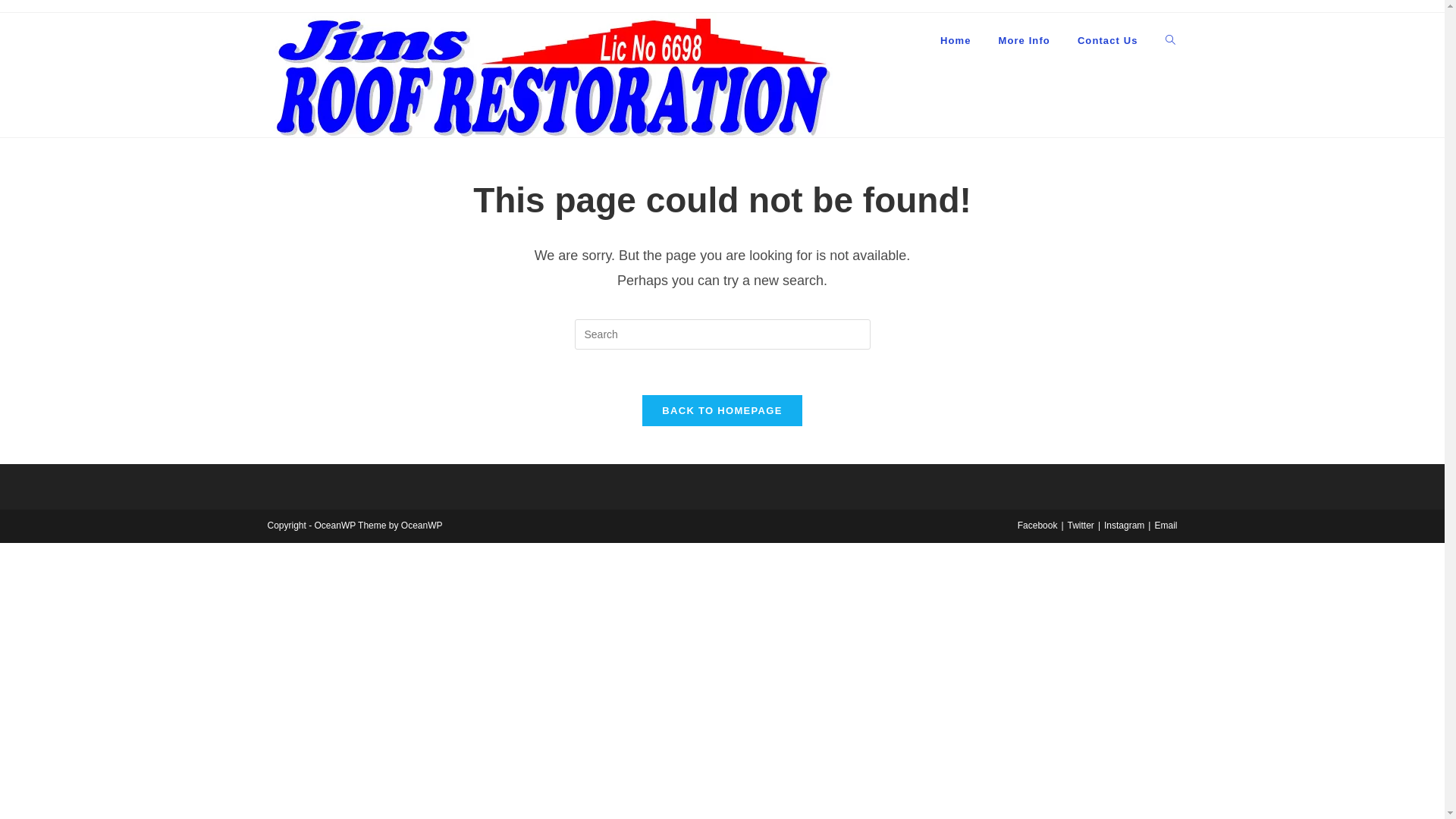  What do you see at coordinates (1150, 40) in the screenshot?
I see `'Toggle website search'` at bounding box center [1150, 40].